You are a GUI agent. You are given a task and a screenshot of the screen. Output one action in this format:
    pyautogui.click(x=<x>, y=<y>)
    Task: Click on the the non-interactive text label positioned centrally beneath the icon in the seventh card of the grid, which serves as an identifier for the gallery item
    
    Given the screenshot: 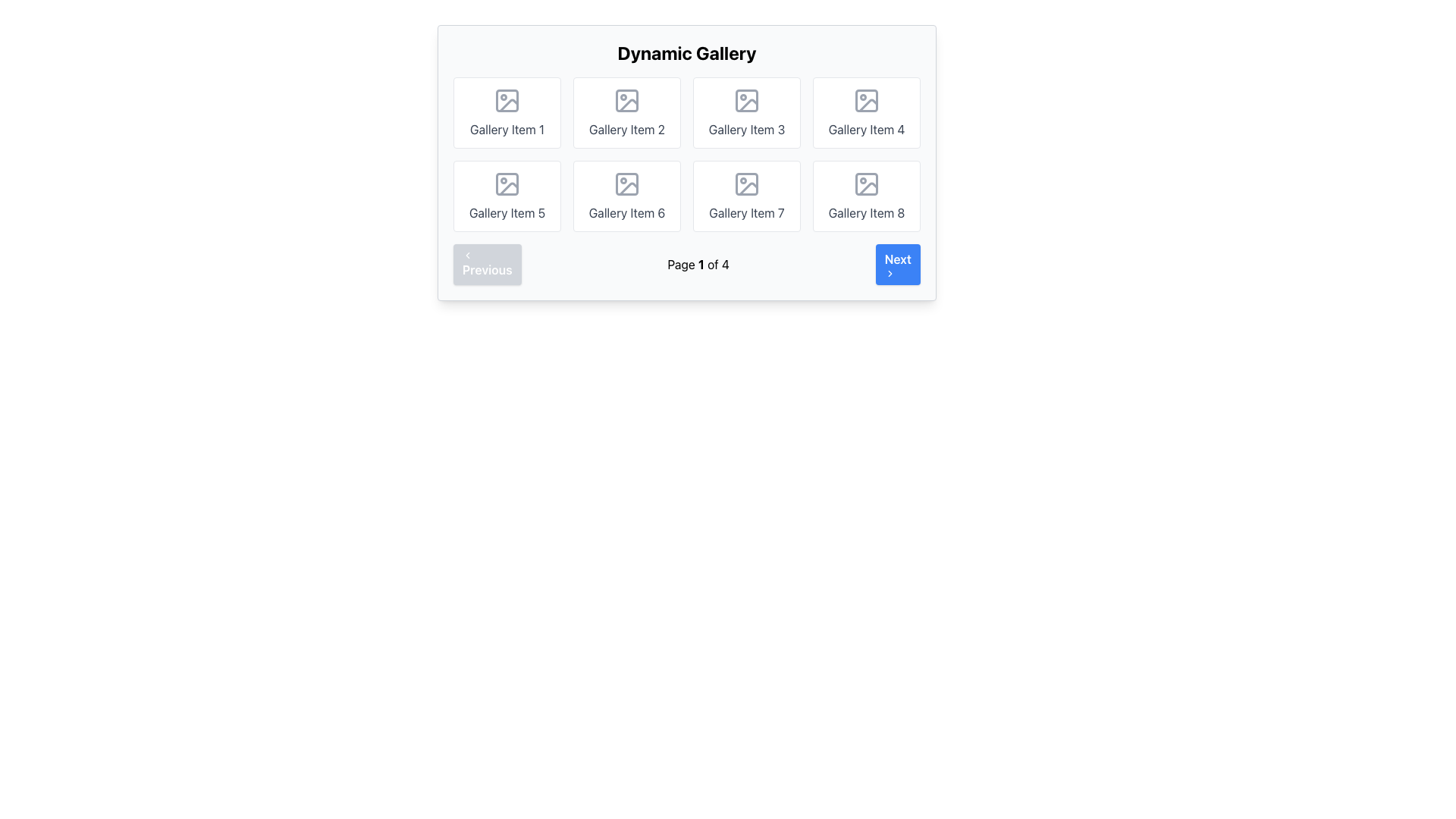 What is the action you would take?
    pyautogui.click(x=746, y=213)
    